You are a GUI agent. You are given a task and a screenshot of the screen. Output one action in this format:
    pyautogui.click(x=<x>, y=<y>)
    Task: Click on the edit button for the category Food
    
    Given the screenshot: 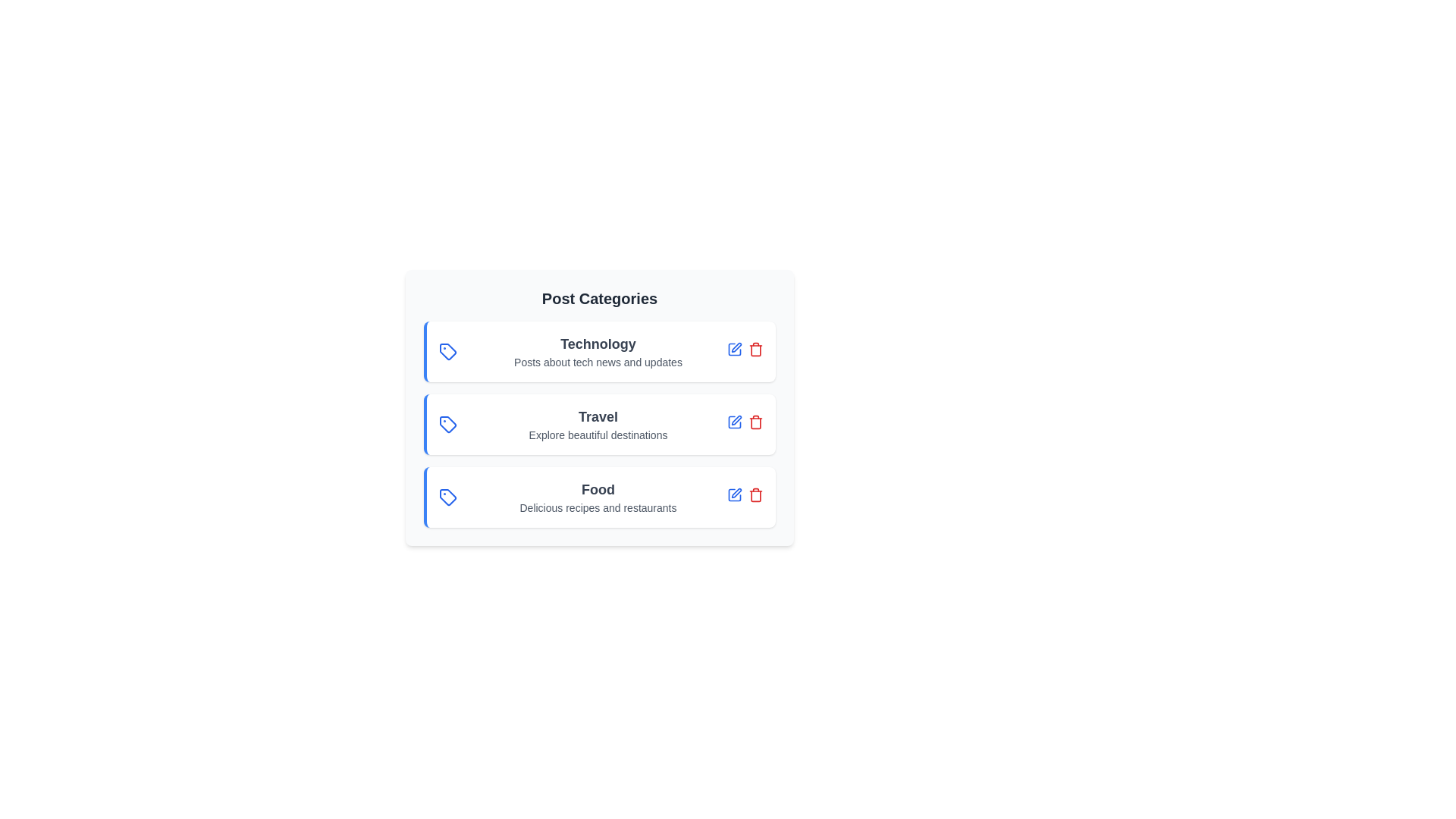 What is the action you would take?
    pyautogui.click(x=735, y=494)
    